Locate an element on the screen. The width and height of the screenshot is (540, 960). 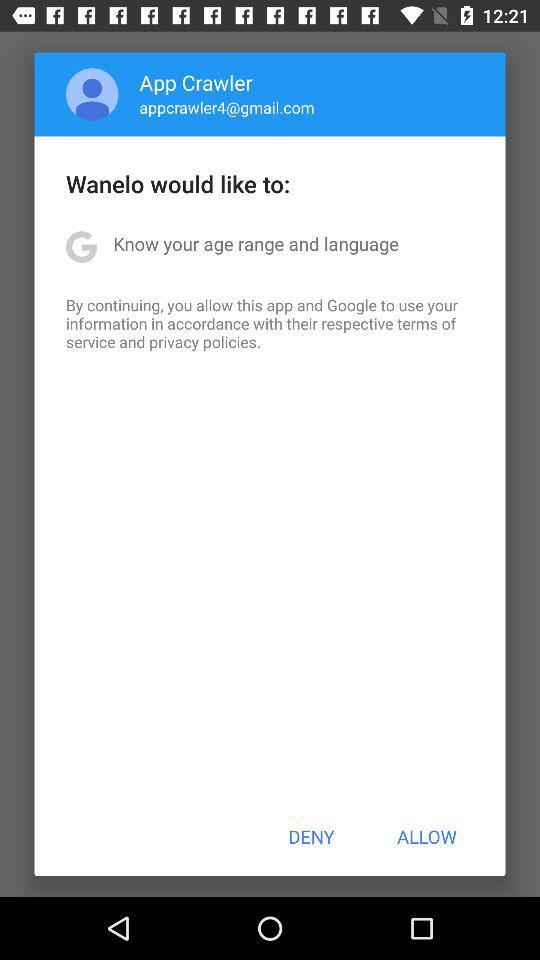
the app next to app crawler is located at coordinates (91, 94).